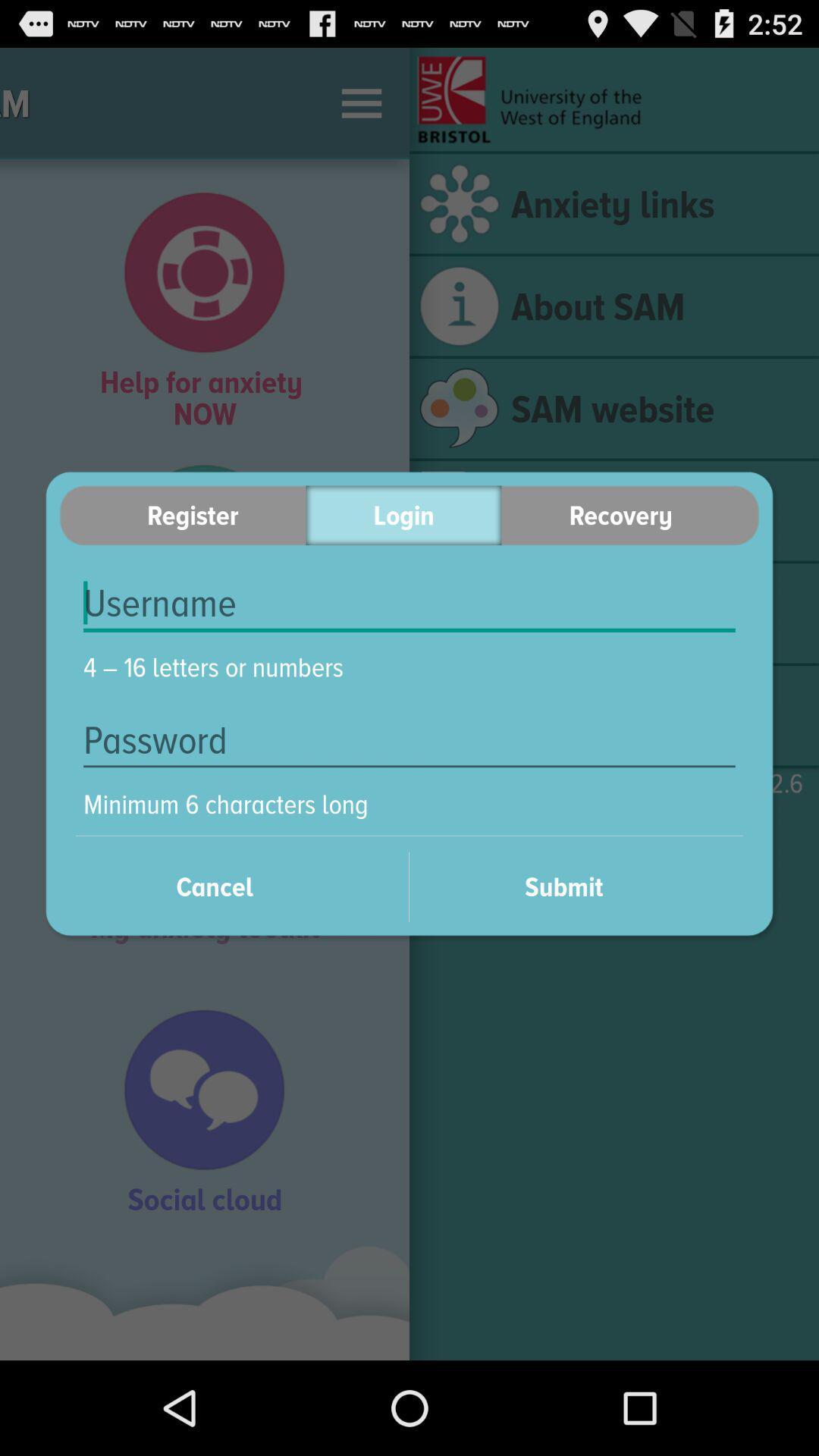  What do you see at coordinates (403, 515) in the screenshot?
I see `login item` at bounding box center [403, 515].